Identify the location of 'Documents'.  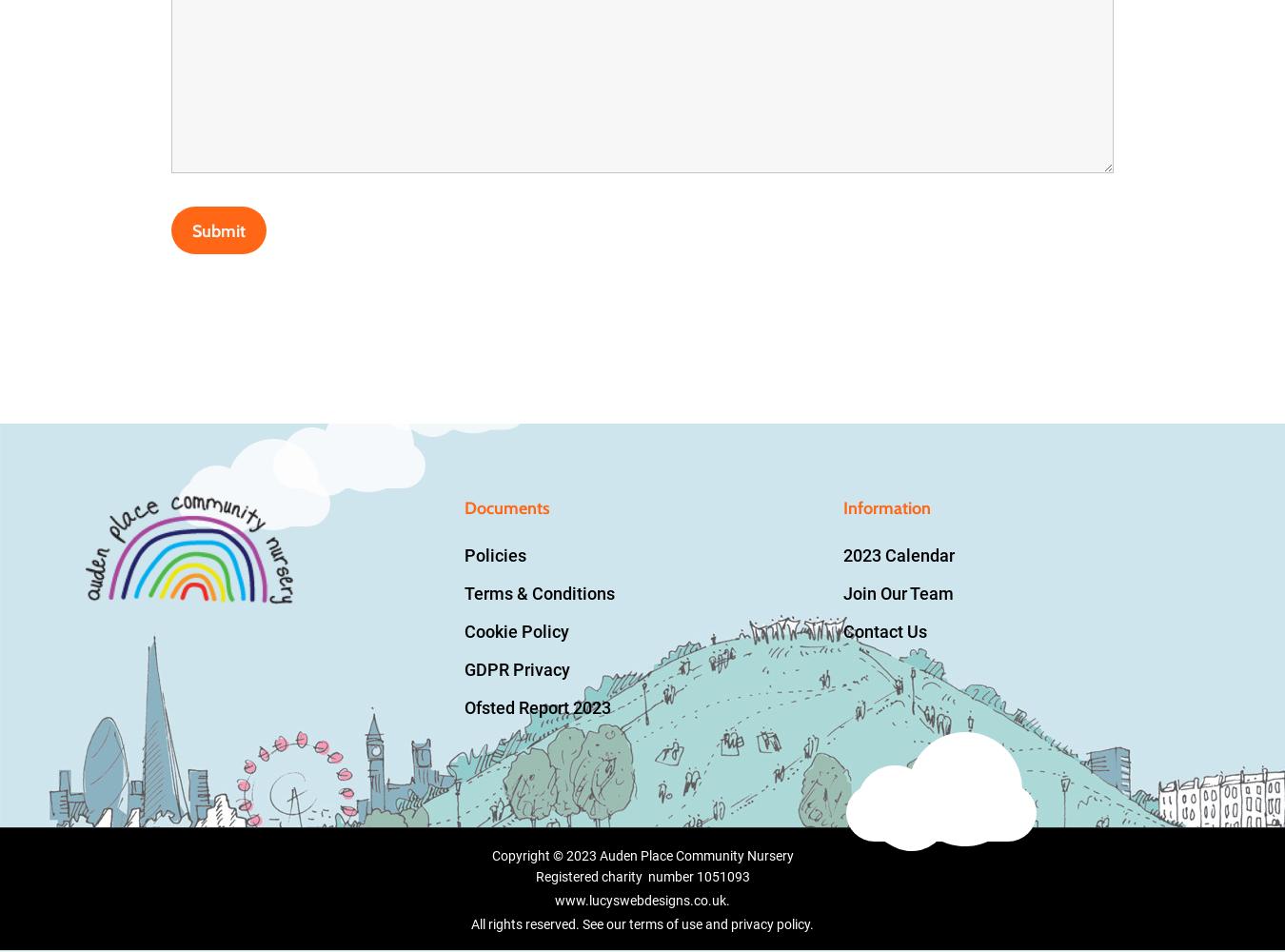
(505, 508).